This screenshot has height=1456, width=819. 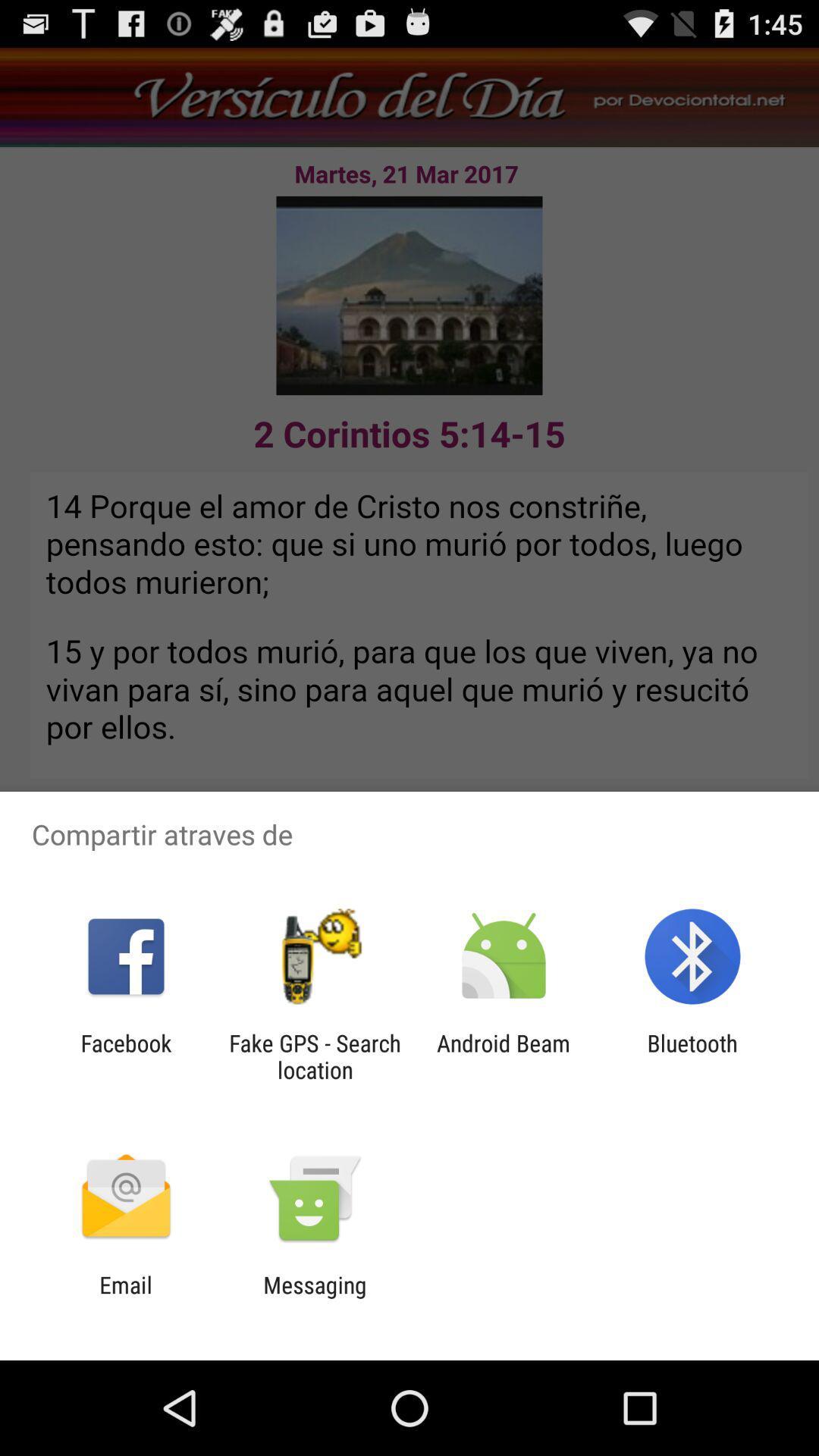 I want to click on facebook item, so click(x=125, y=1056).